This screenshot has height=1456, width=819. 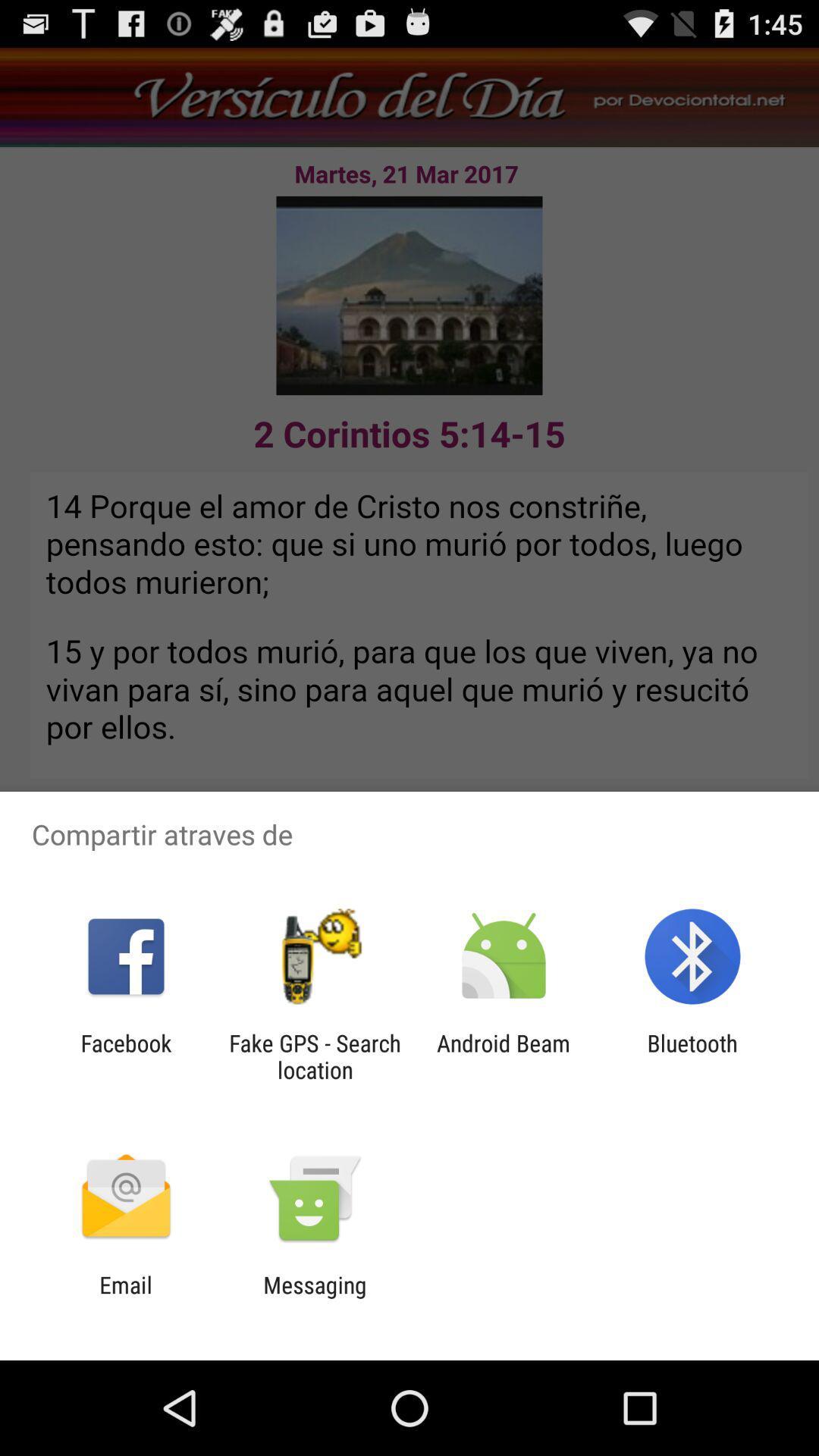 I want to click on facebook item, so click(x=125, y=1056).